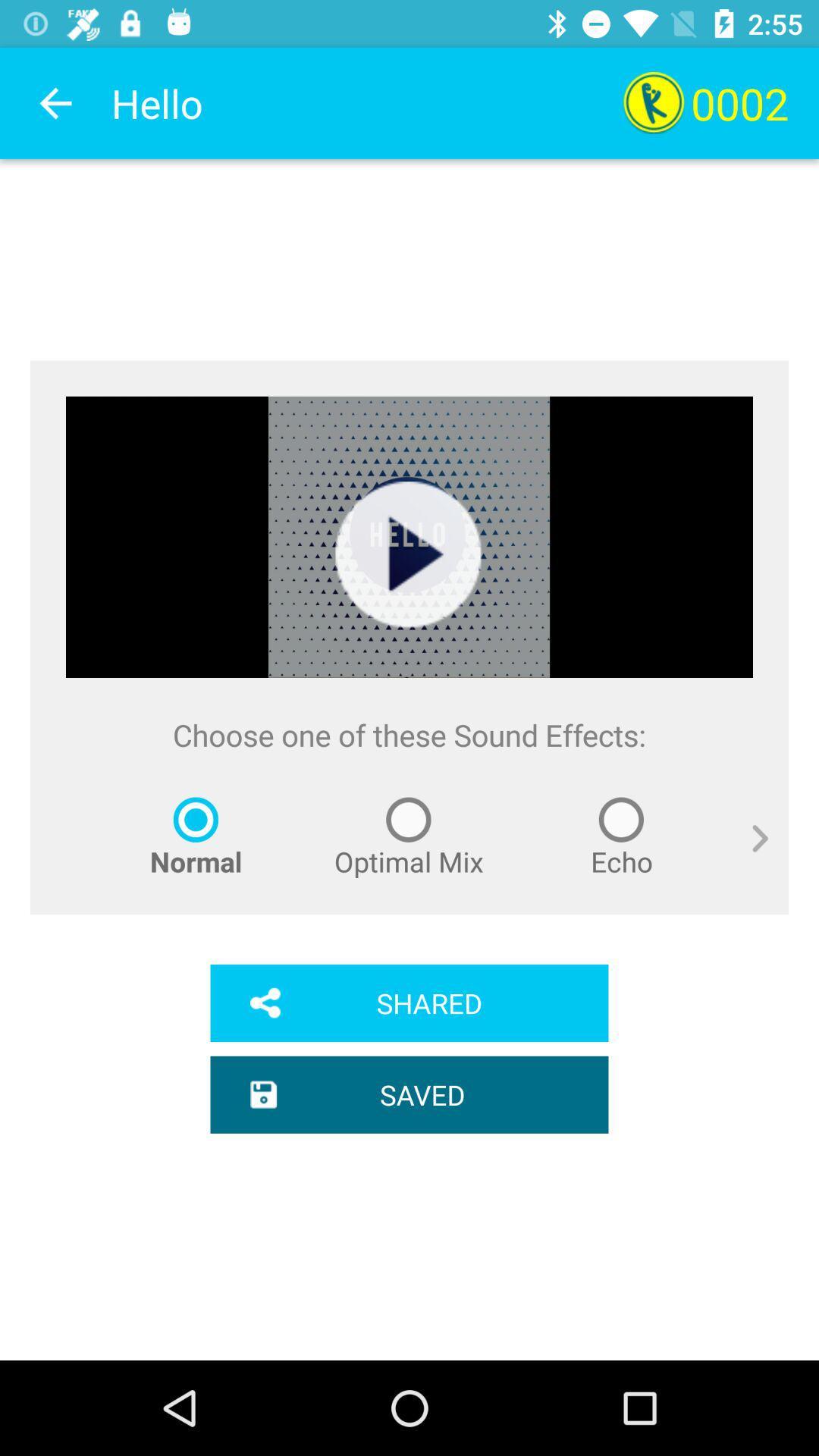 This screenshot has width=819, height=1456. What do you see at coordinates (408, 554) in the screenshot?
I see `the play icon` at bounding box center [408, 554].